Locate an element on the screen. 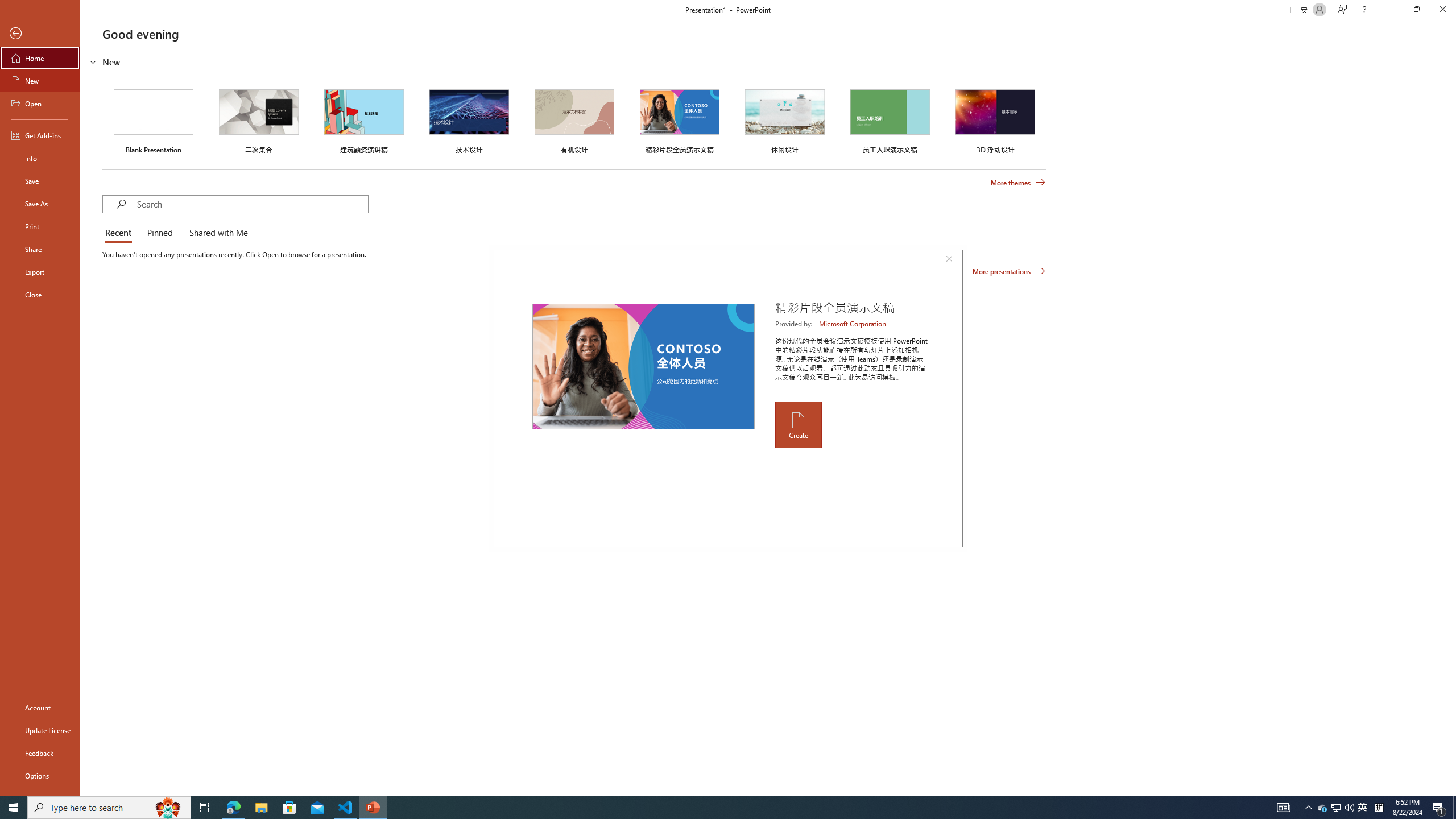  'Get Add-ins' is located at coordinates (39, 135).